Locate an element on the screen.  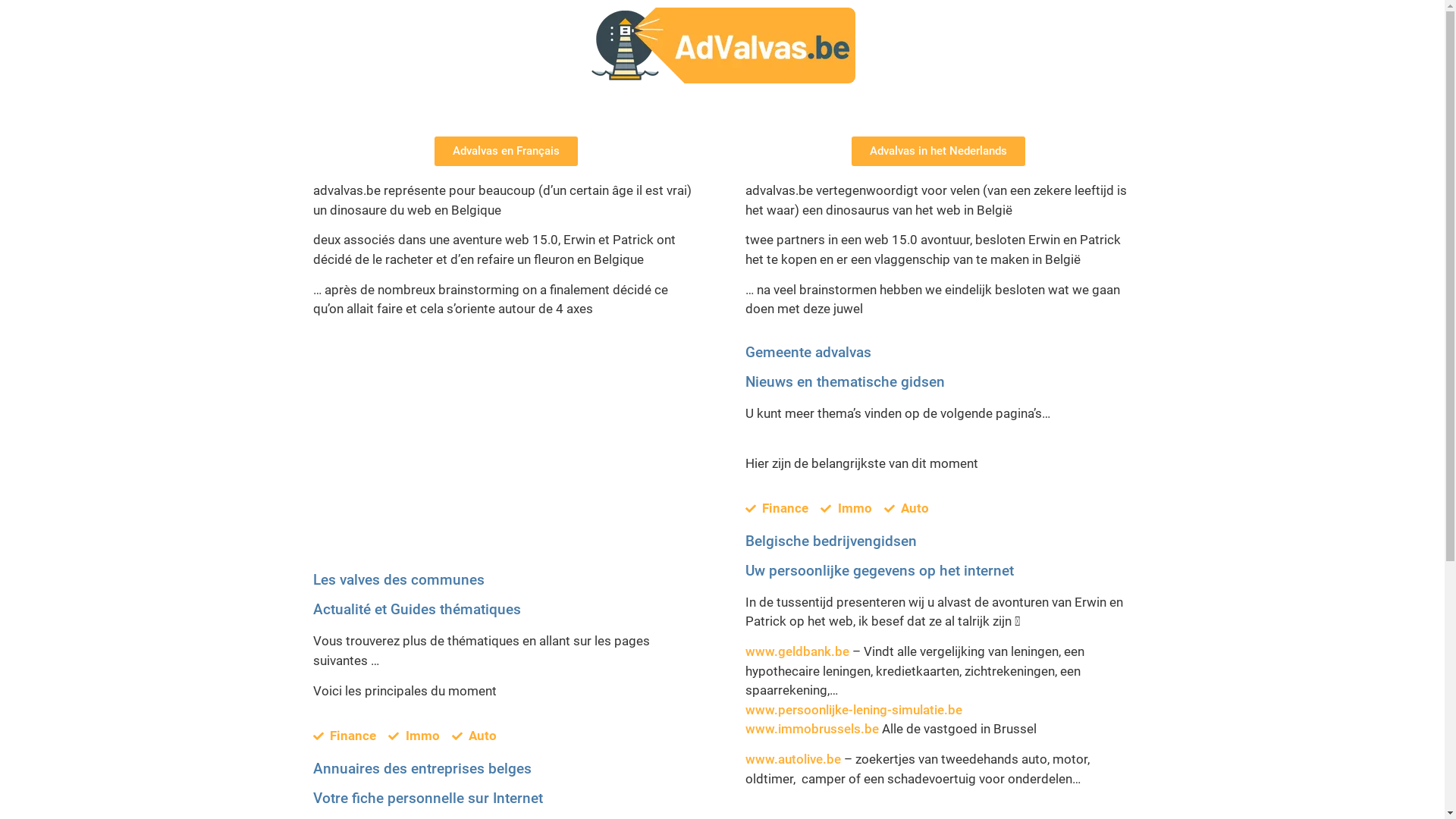
'Auto' is located at coordinates (473, 736).